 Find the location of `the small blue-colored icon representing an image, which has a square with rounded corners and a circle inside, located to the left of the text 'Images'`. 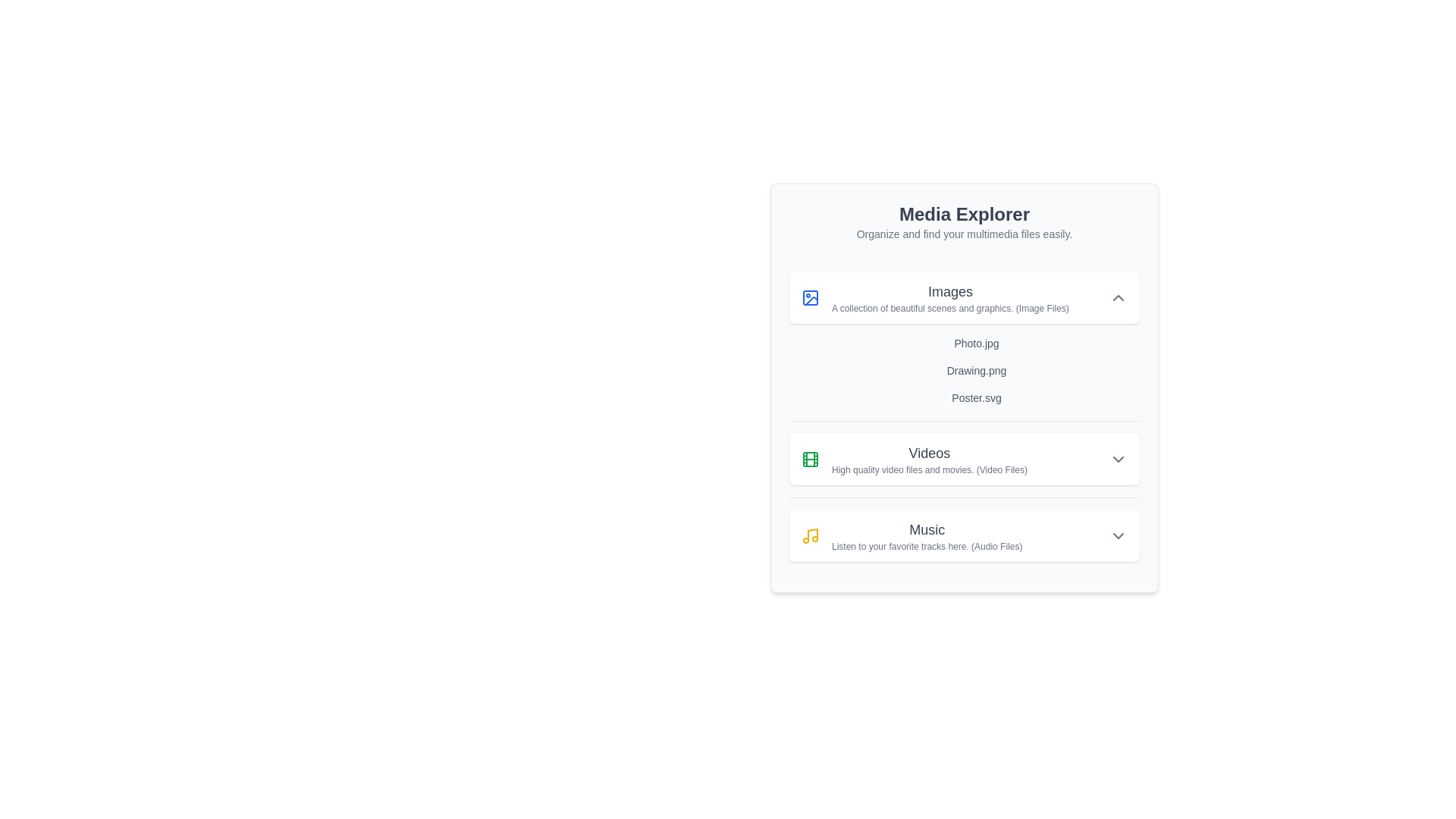

the small blue-colored icon representing an image, which has a square with rounded corners and a circle inside, located to the left of the text 'Images' is located at coordinates (810, 298).